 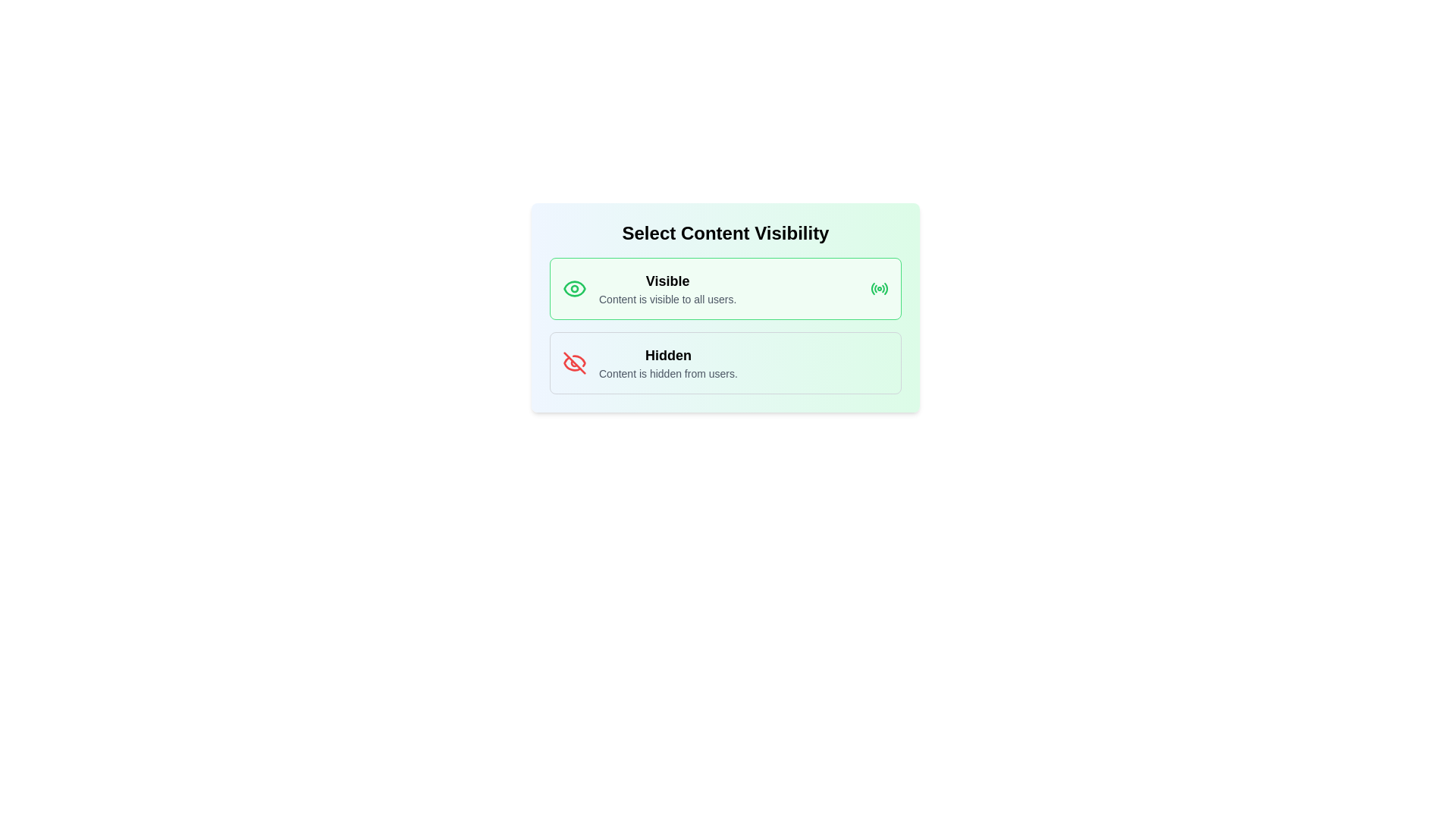 What do you see at coordinates (667, 299) in the screenshot?
I see `the text label displaying 'Content is visible to all users.' which is located below the heading 'Visible' in the green-bordered panel labeled 'Visible.'` at bounding box center [667, 299].